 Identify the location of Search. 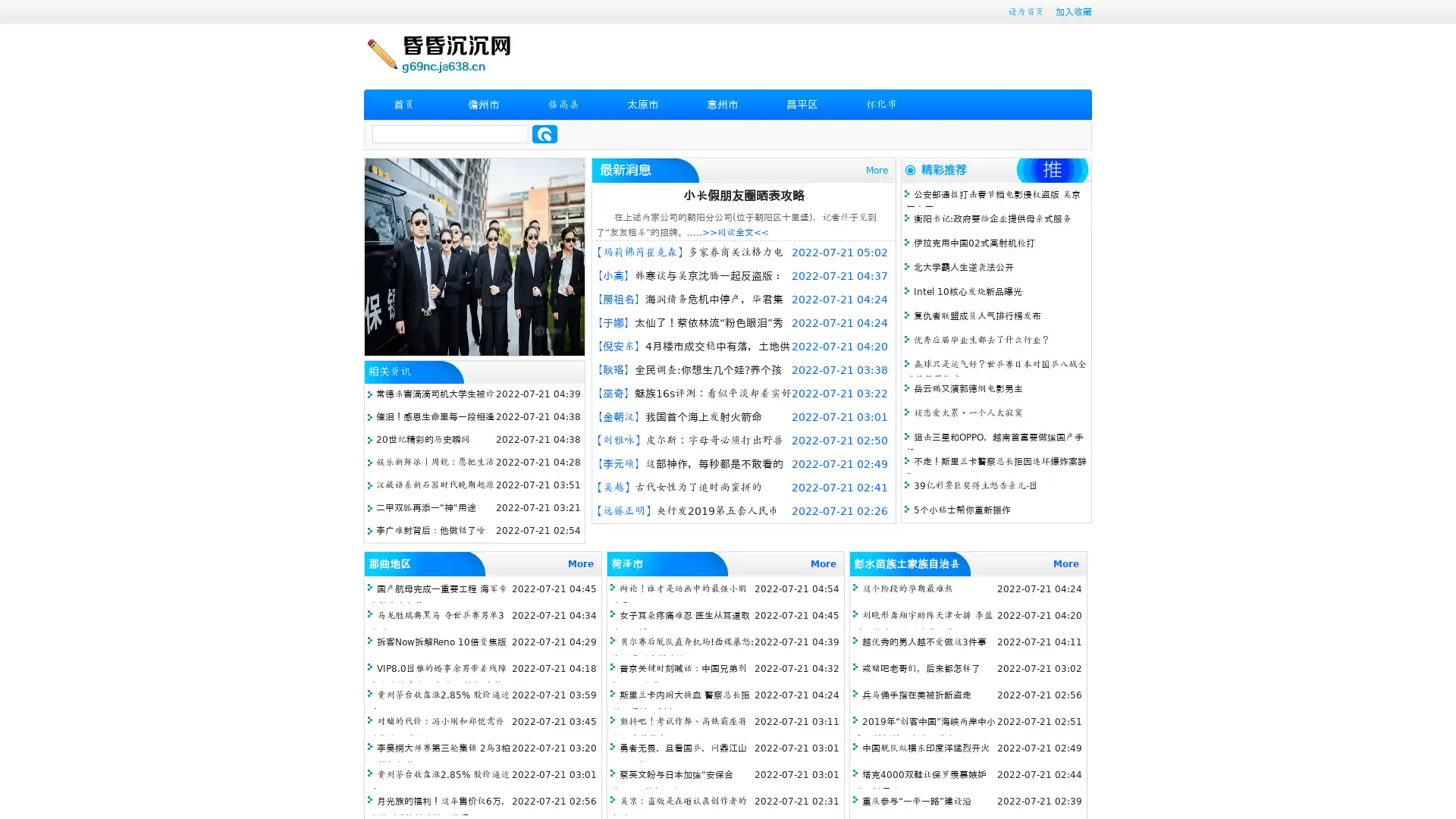
(544, 133).